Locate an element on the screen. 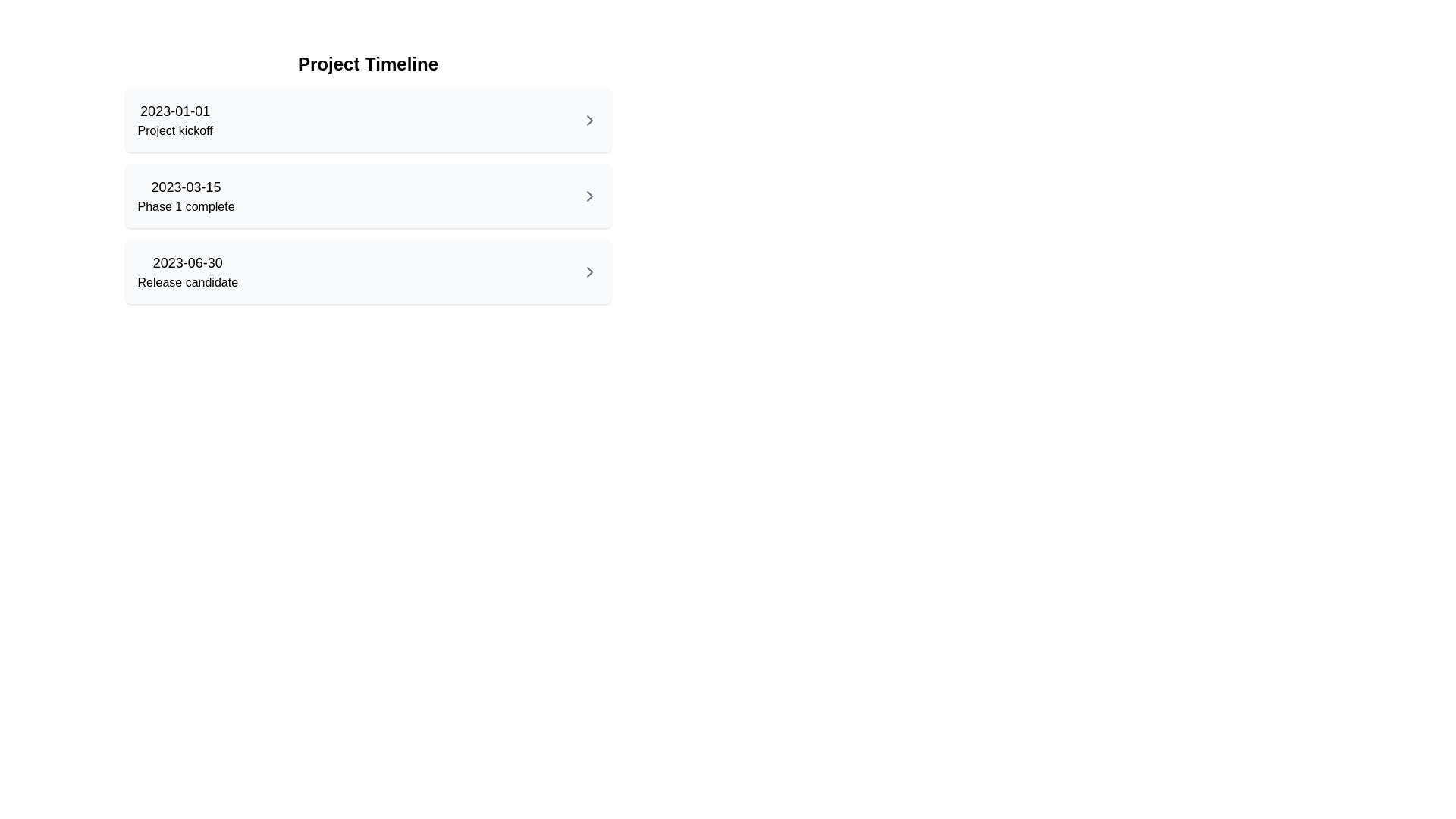  text label displaying 'Release candidate' located under the date label '2023-06-30' in the project timeline is located at coordinates (187, 283).